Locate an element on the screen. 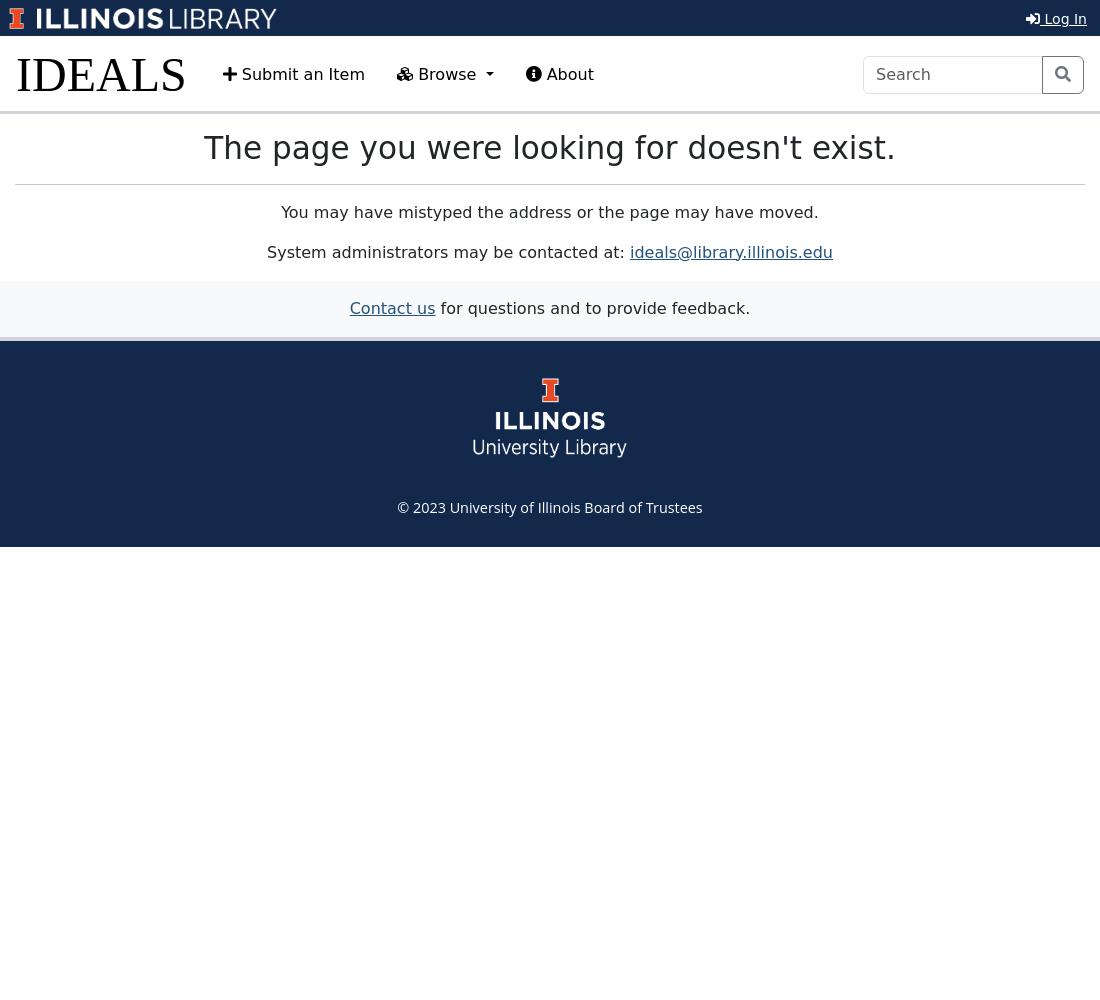 Image resolution: width=1100 pixels, height=1000 pixels. 'You may have mistyped the address or the page may have moved.' is located at coordinates (549, 210).